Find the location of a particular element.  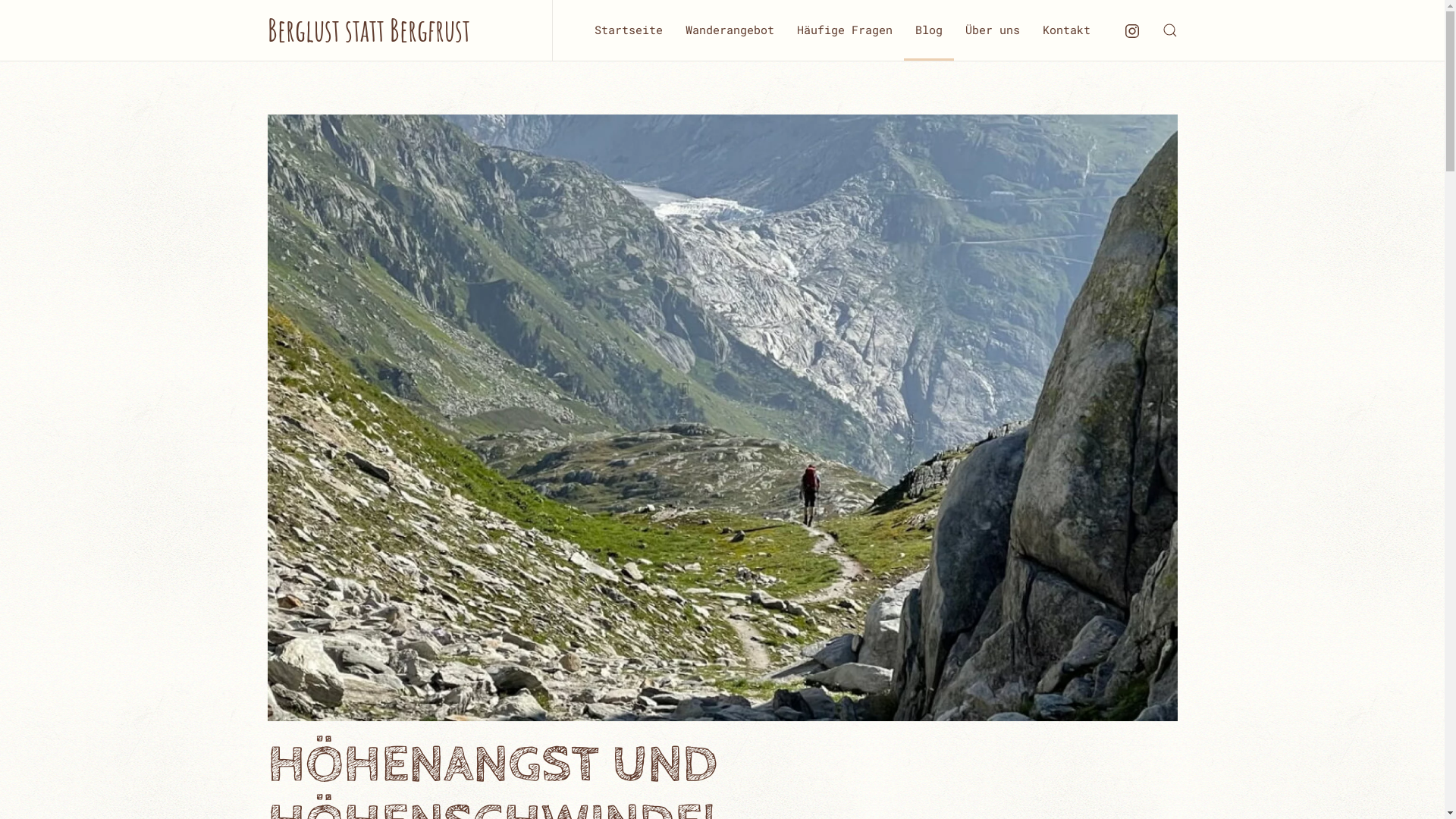

'Blog' is located at coordinates (927, 30).